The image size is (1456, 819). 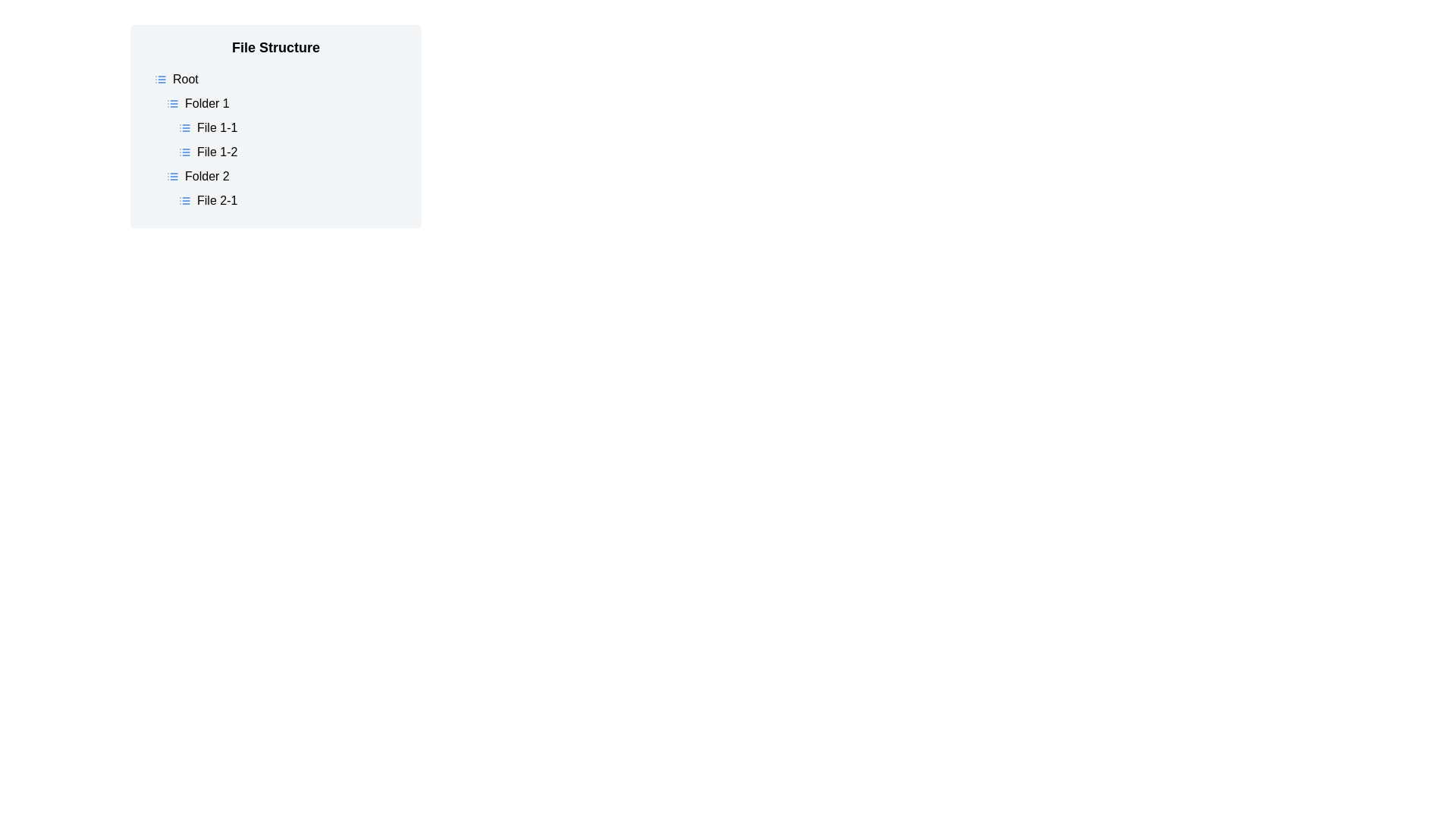 I want to click on on the 'Folder 1' text label, so click(x=206, y=103).